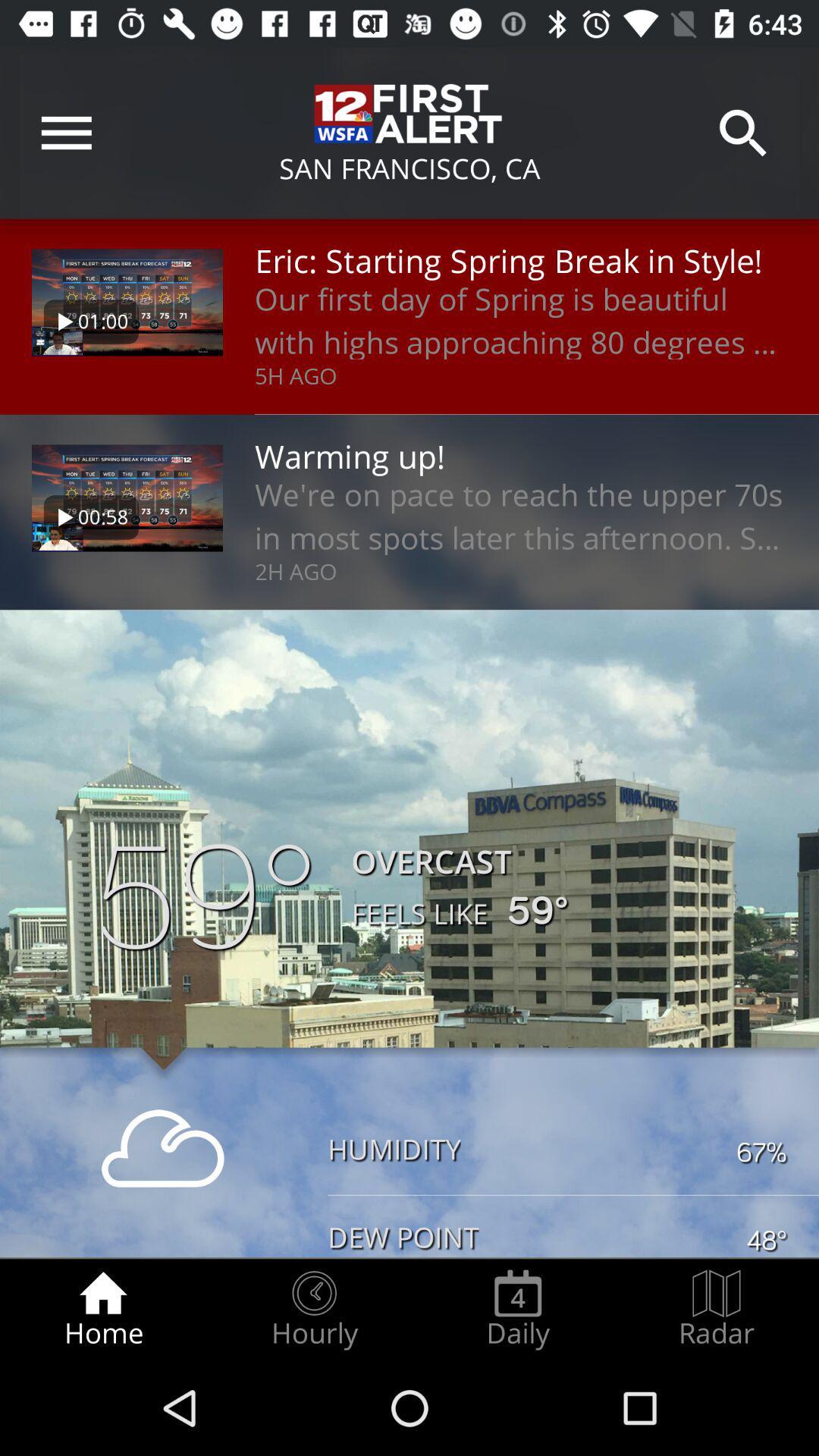  Describe the element at coordinates (517, 1309) in the screenshot. I see `the radio button to the left of the radar radio button` at that location.